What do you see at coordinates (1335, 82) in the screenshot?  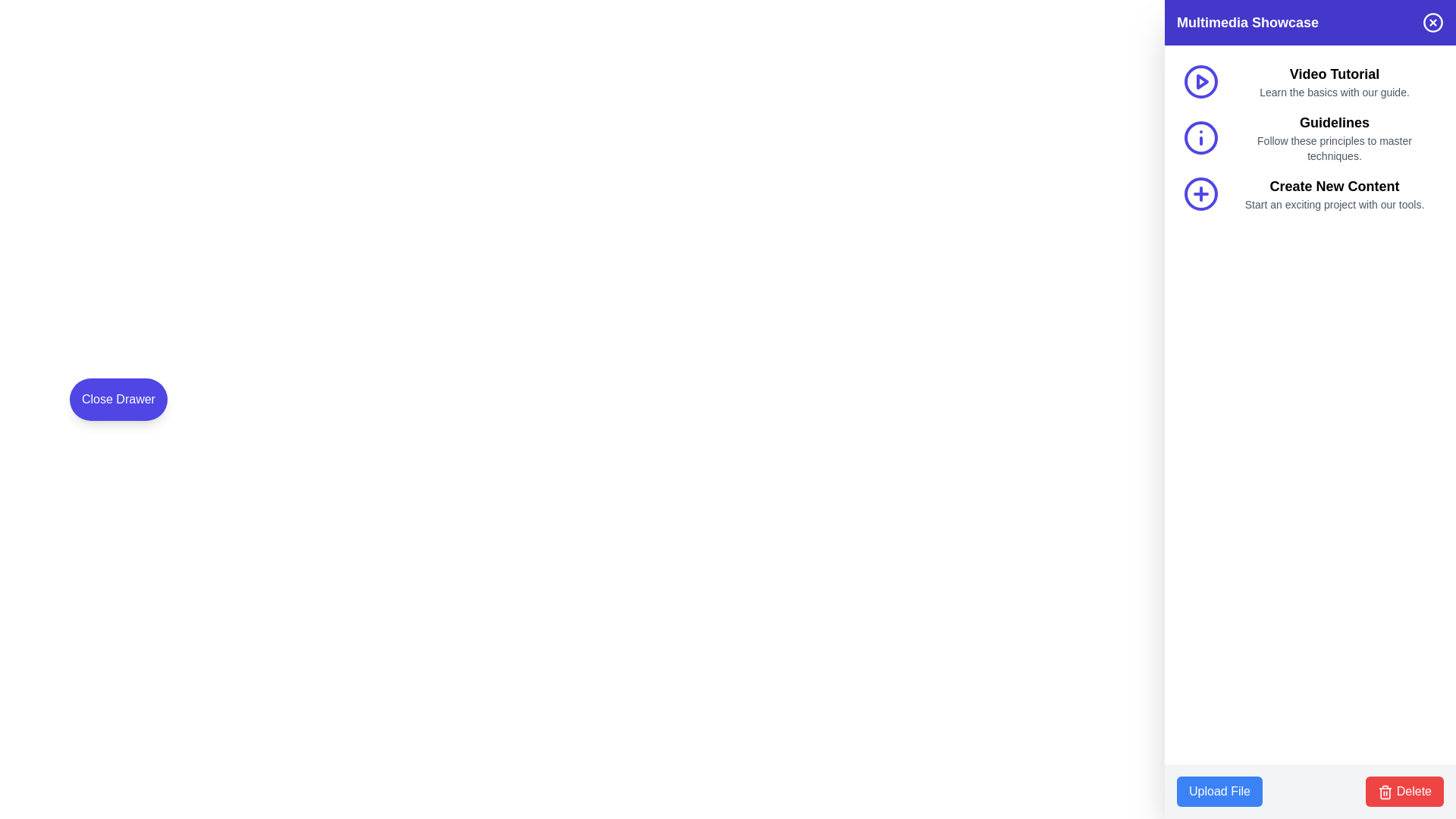 I see `the 'Video Tutorial' text block, which contains two lines of text: the top line in bold reads 'Video Tutorial' and the bottom line in lighter font reads 'Learn the basics with our guide.' This element is located on the right side of the interface, between a play button icon above and 'Guidelines' below` at bounding box center [1335, 82].